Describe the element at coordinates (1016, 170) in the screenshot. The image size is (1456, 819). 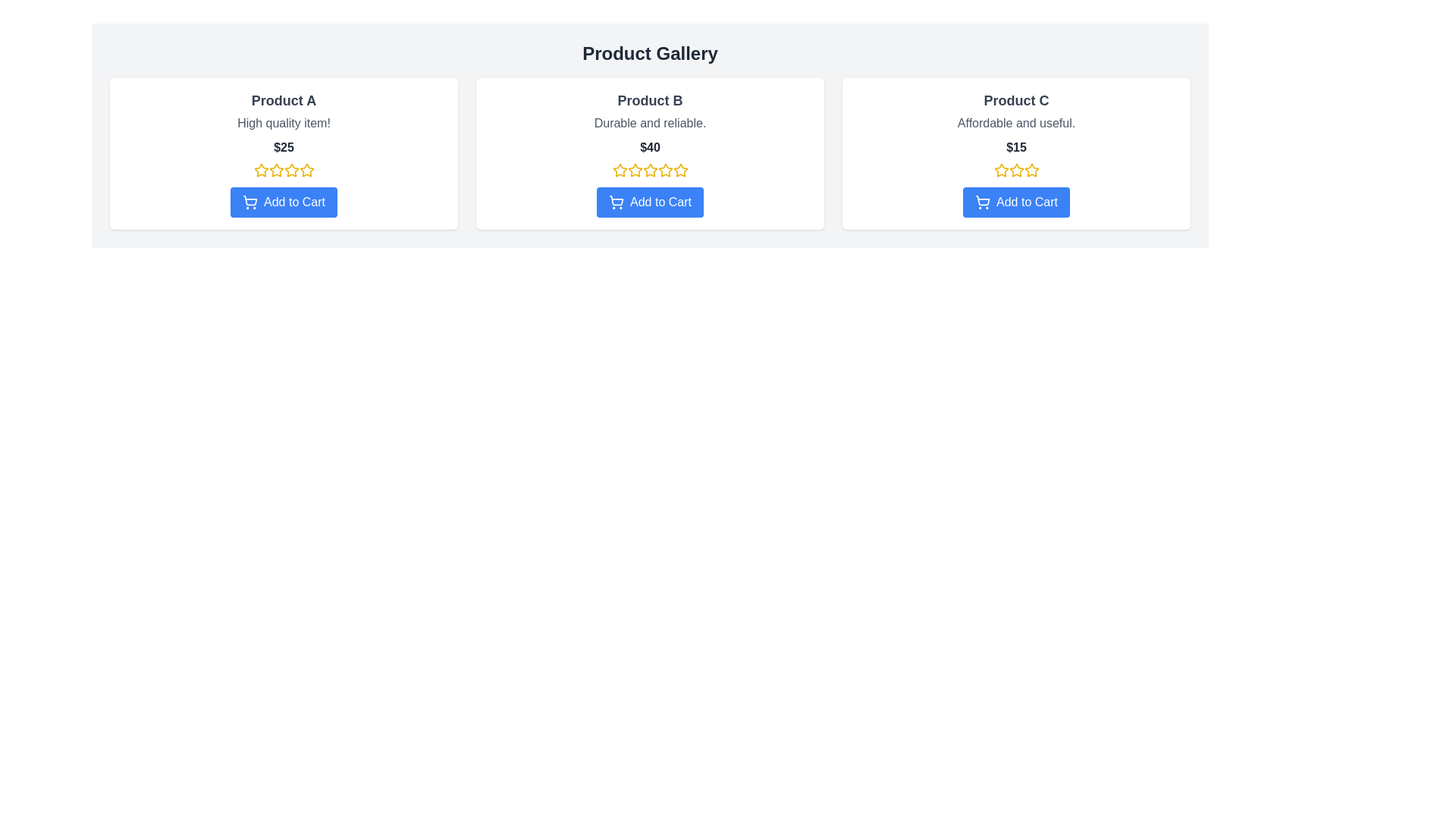
I see `the third hollow star icon with a yellow outline in the rating system beneath the 'Product C' card` at that location.